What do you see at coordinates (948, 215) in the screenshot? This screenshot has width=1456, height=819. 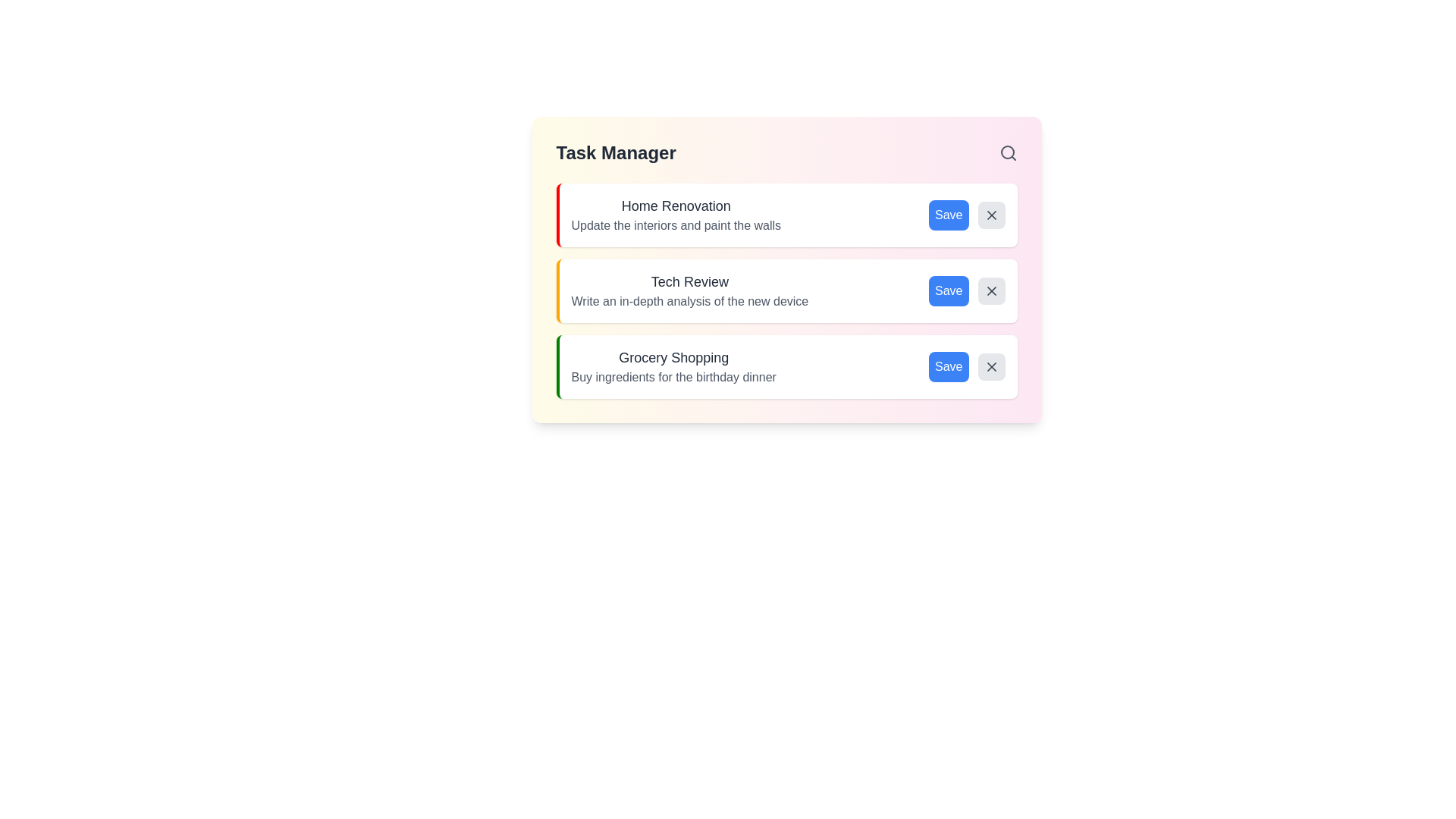 I see `the 'Save' button for the task item Home Renovation` at bounding box center [948, 215].